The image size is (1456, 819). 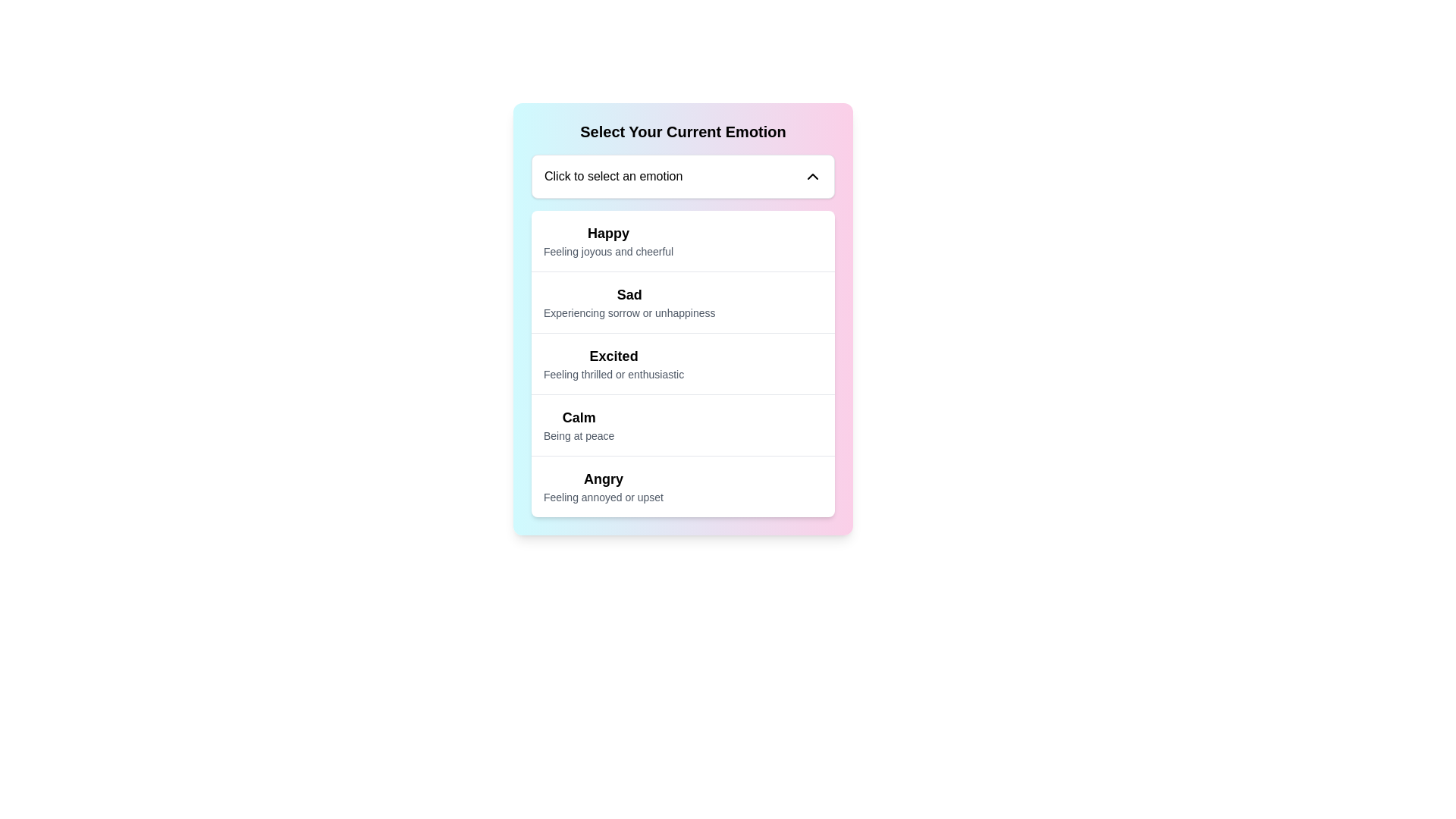 What do you see at coordinates (578, 435) in the screenshot?
I see `descriptive subtitle text for the 'Calm' emotion category, which is located beneath the title 'Calm' in the third item of a vertically arranged list of emotions` at bounding box center [578, 435].